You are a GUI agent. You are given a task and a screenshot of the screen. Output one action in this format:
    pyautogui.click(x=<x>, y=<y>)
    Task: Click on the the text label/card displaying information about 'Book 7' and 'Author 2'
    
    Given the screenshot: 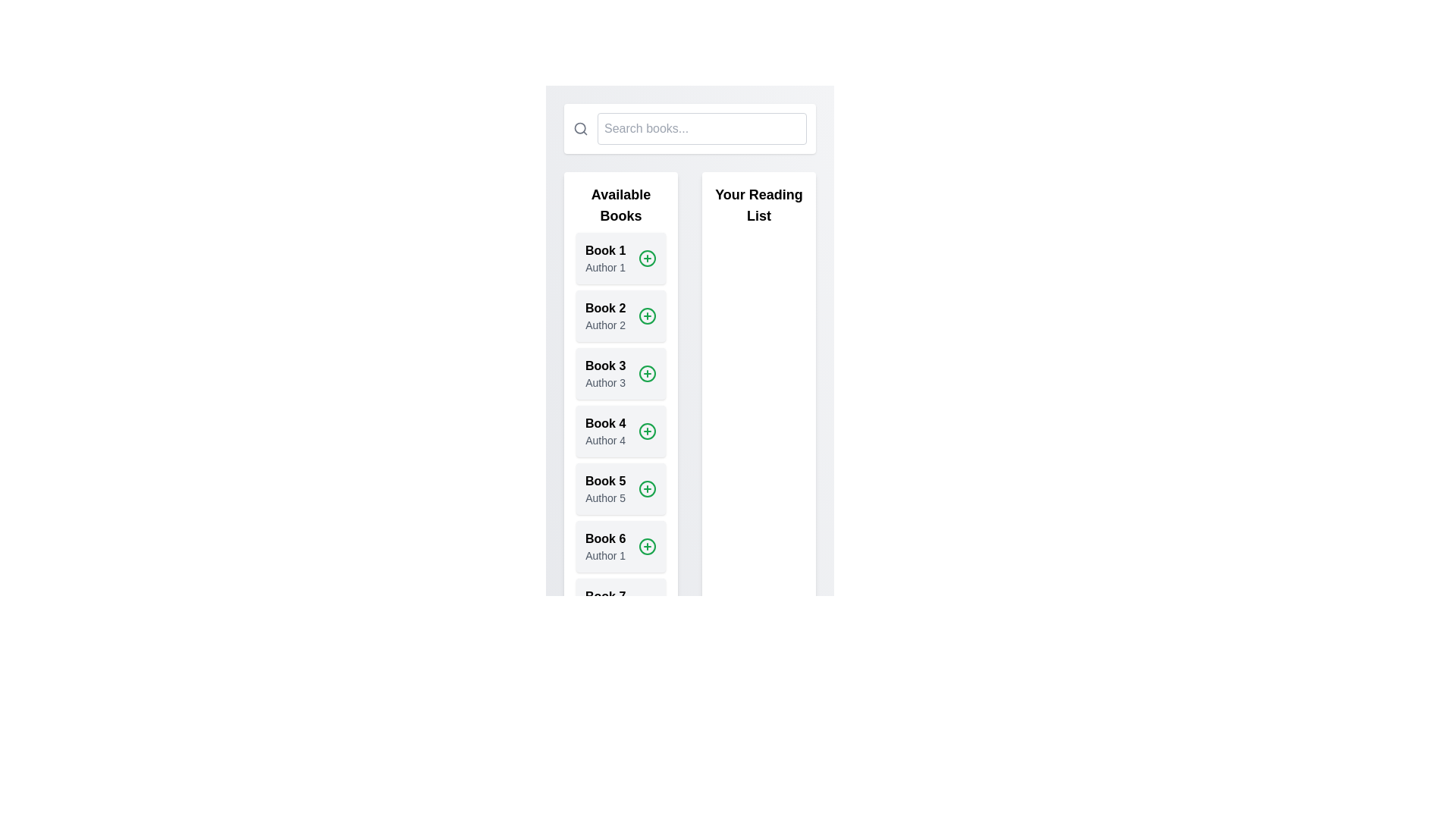 What is the action you would take?
    pyautogui.click(x=604, y=604)
    